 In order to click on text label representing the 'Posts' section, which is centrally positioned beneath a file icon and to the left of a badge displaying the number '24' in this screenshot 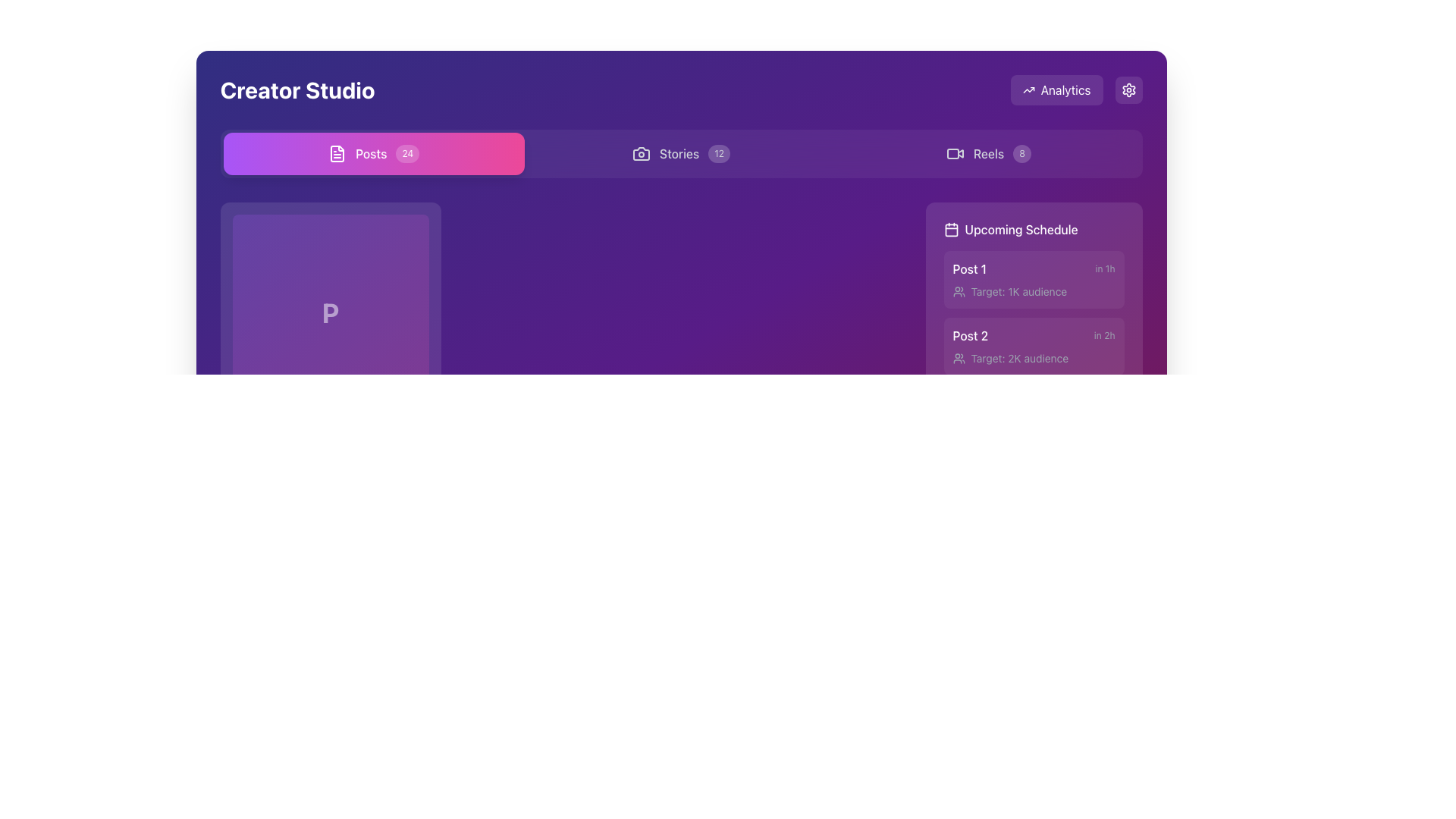, I will do `click(371, 154)`.